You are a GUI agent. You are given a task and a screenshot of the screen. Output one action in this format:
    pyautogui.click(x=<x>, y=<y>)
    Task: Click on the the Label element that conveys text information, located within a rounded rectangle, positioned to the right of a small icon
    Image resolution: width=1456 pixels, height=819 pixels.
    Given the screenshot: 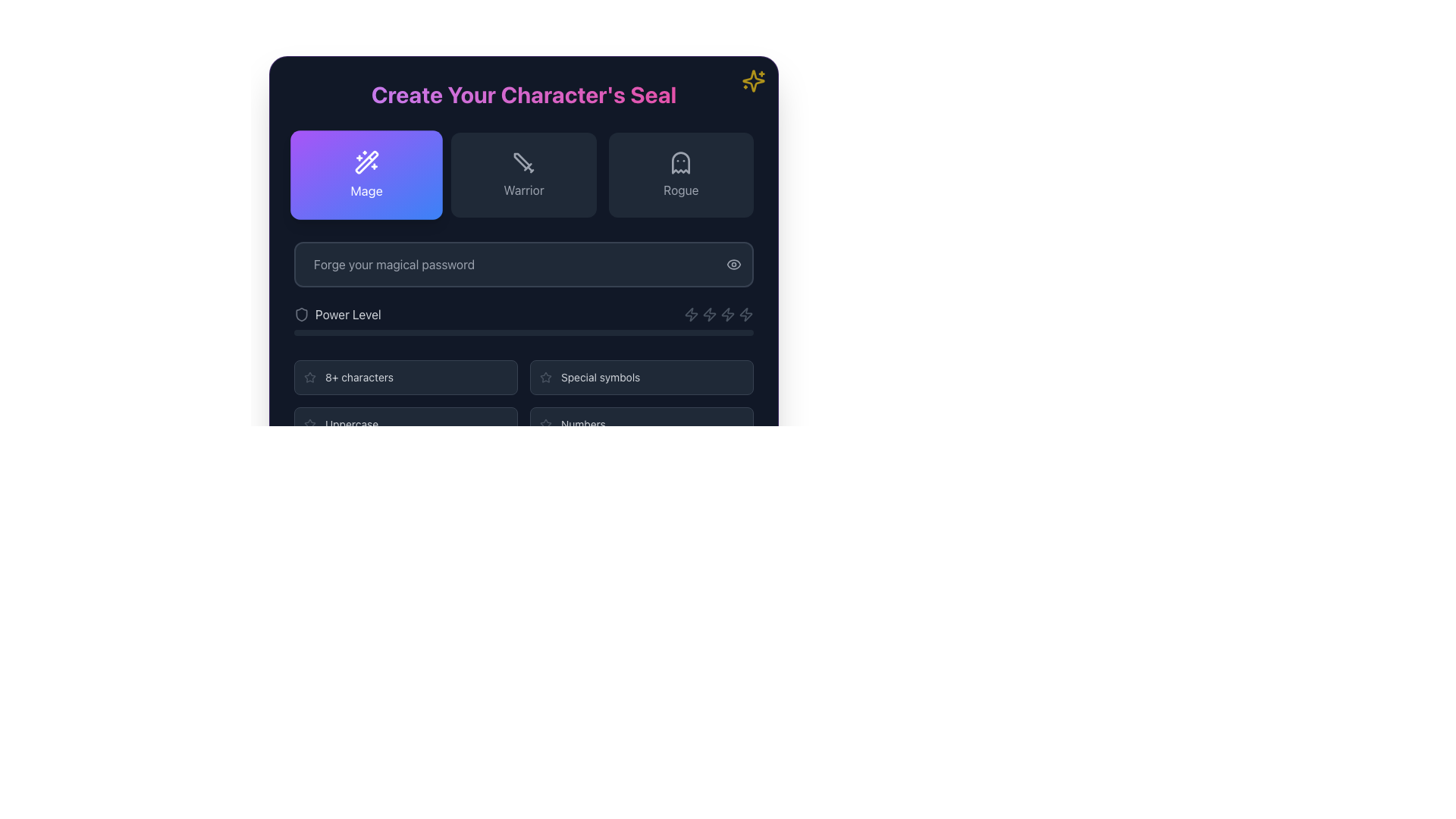 What is the action you would take?
    pyautogui.click(x=600, y=376)
    